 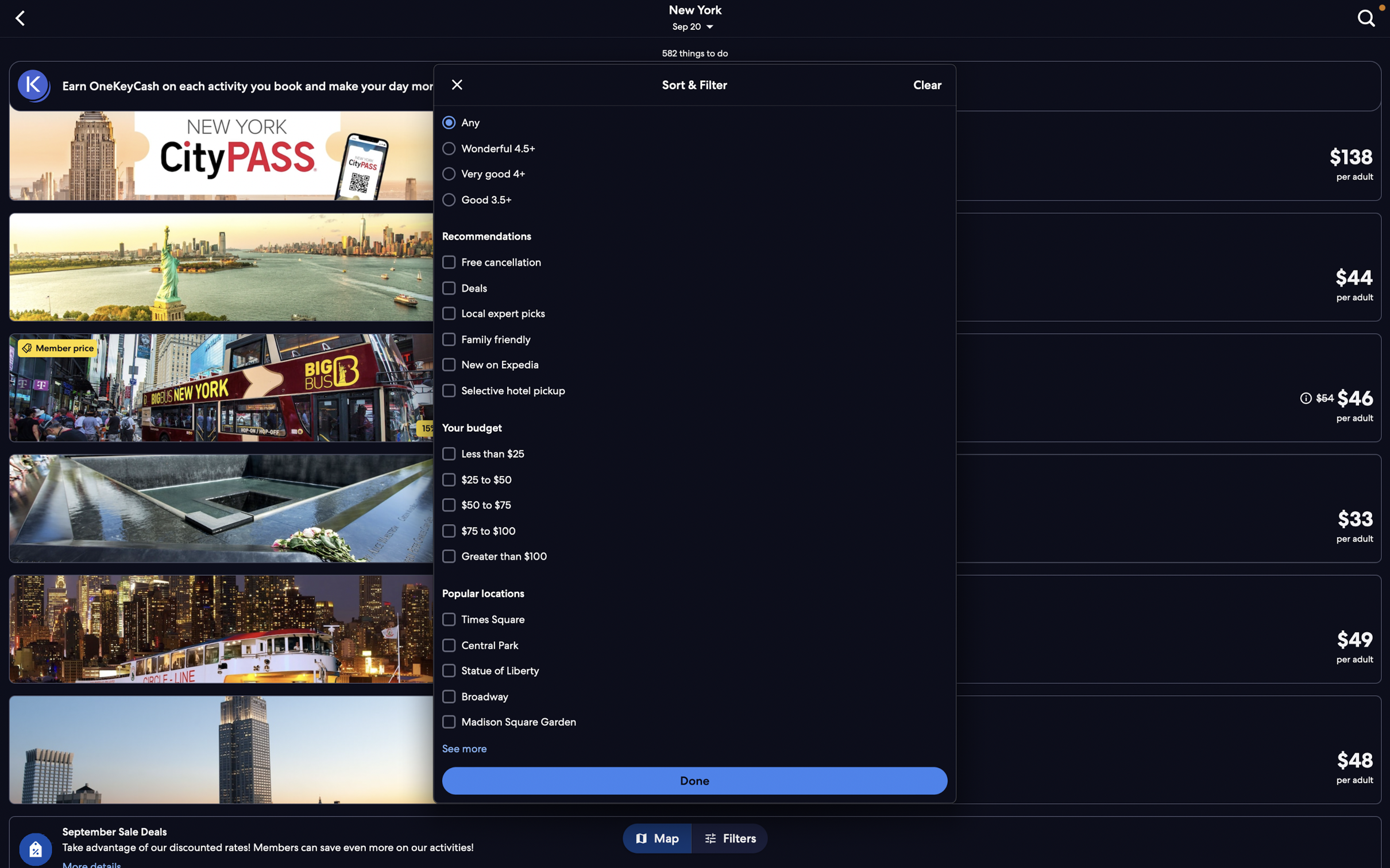 What do you see at coordinates (693, 174) in the screenshot?
I see `Opt for "very good" and "family friendly" selections` at bounding box center [693, 174].